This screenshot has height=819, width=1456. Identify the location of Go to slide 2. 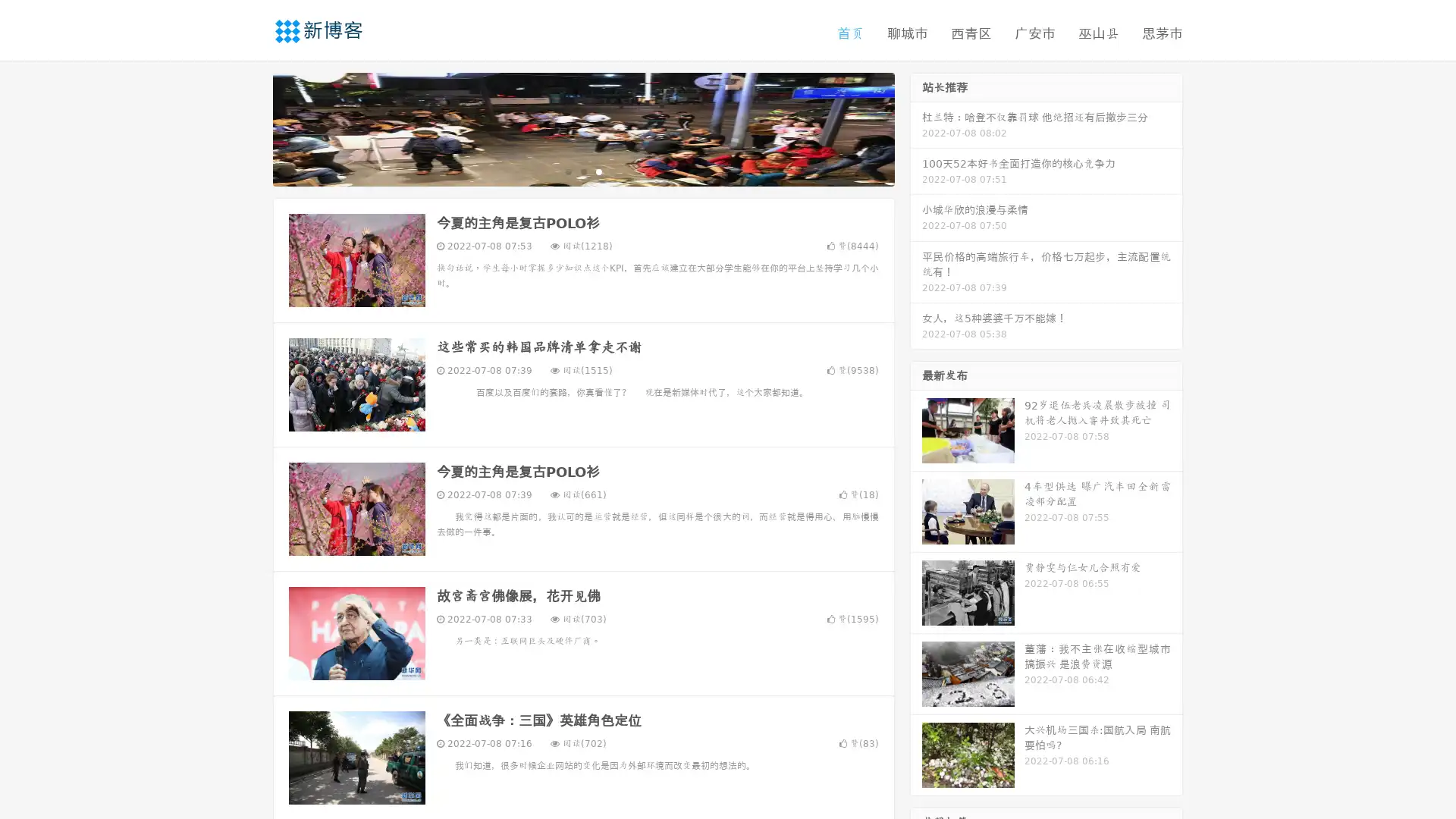
(582, 171).